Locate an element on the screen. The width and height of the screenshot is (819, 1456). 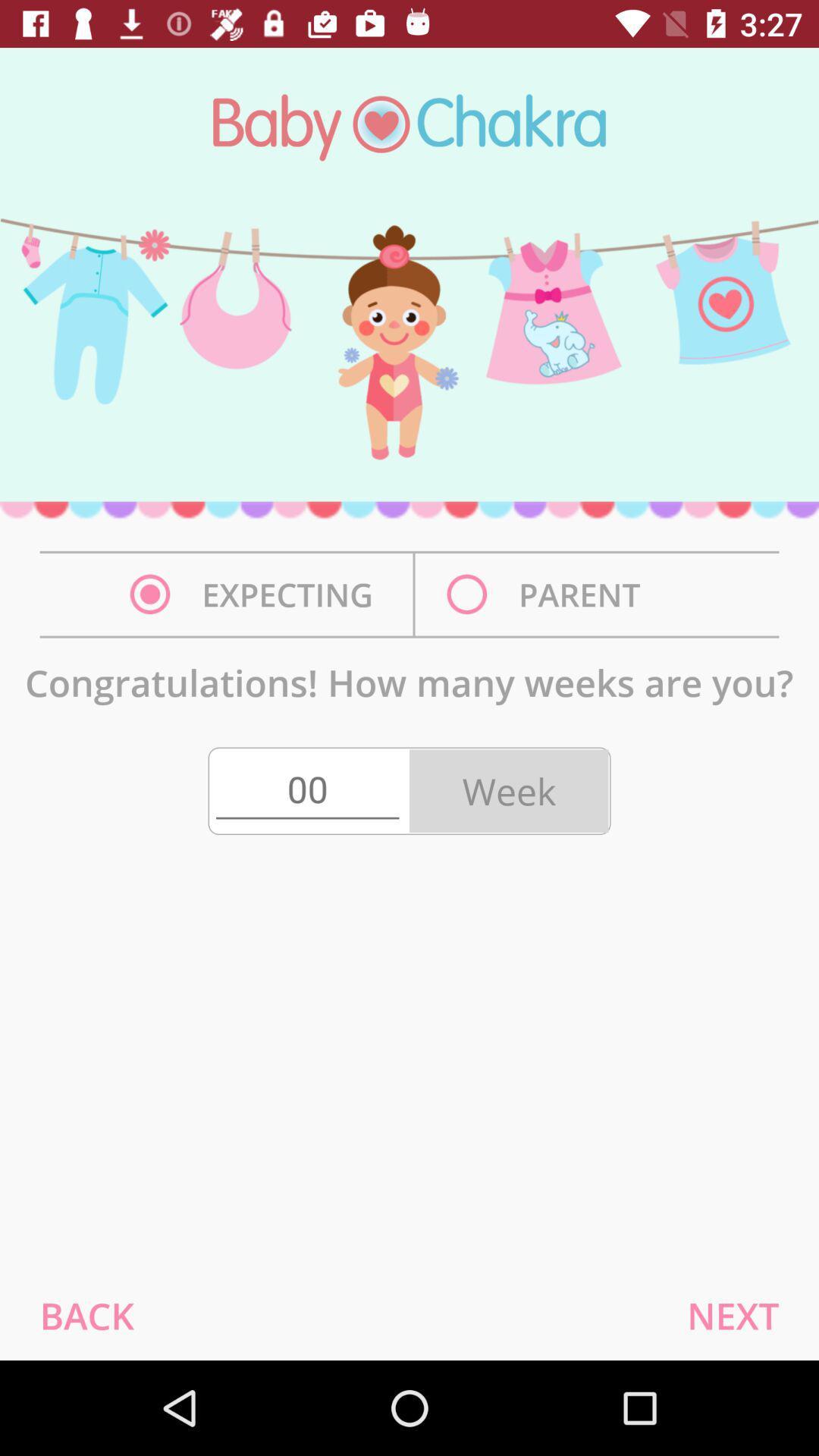
the item at the bottom left corner is located at coordinates (86, 1315).